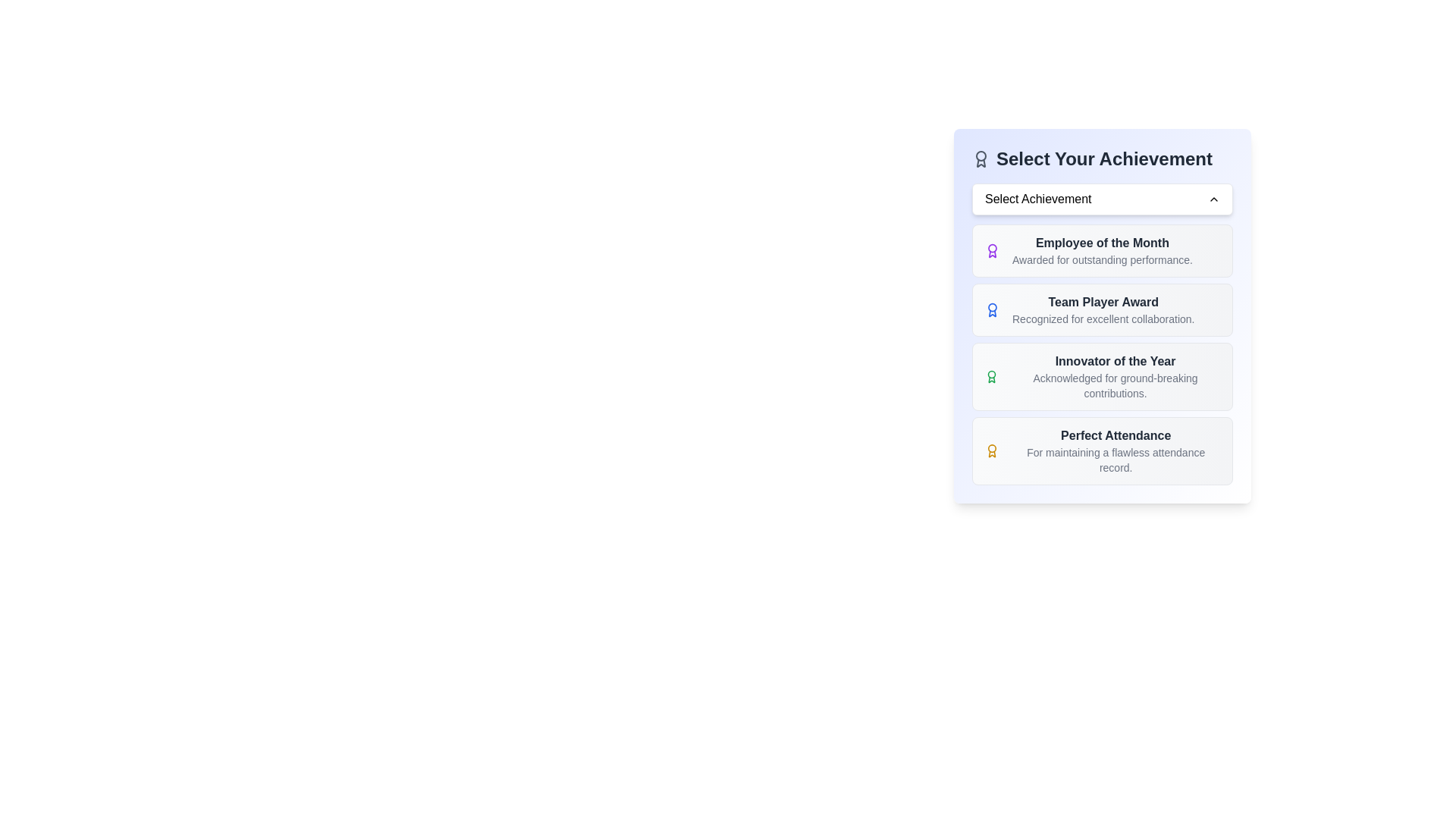  I want to click on the 'Perfect Attendance' achievement option in the achievement selection menu, so click(1116, 450).